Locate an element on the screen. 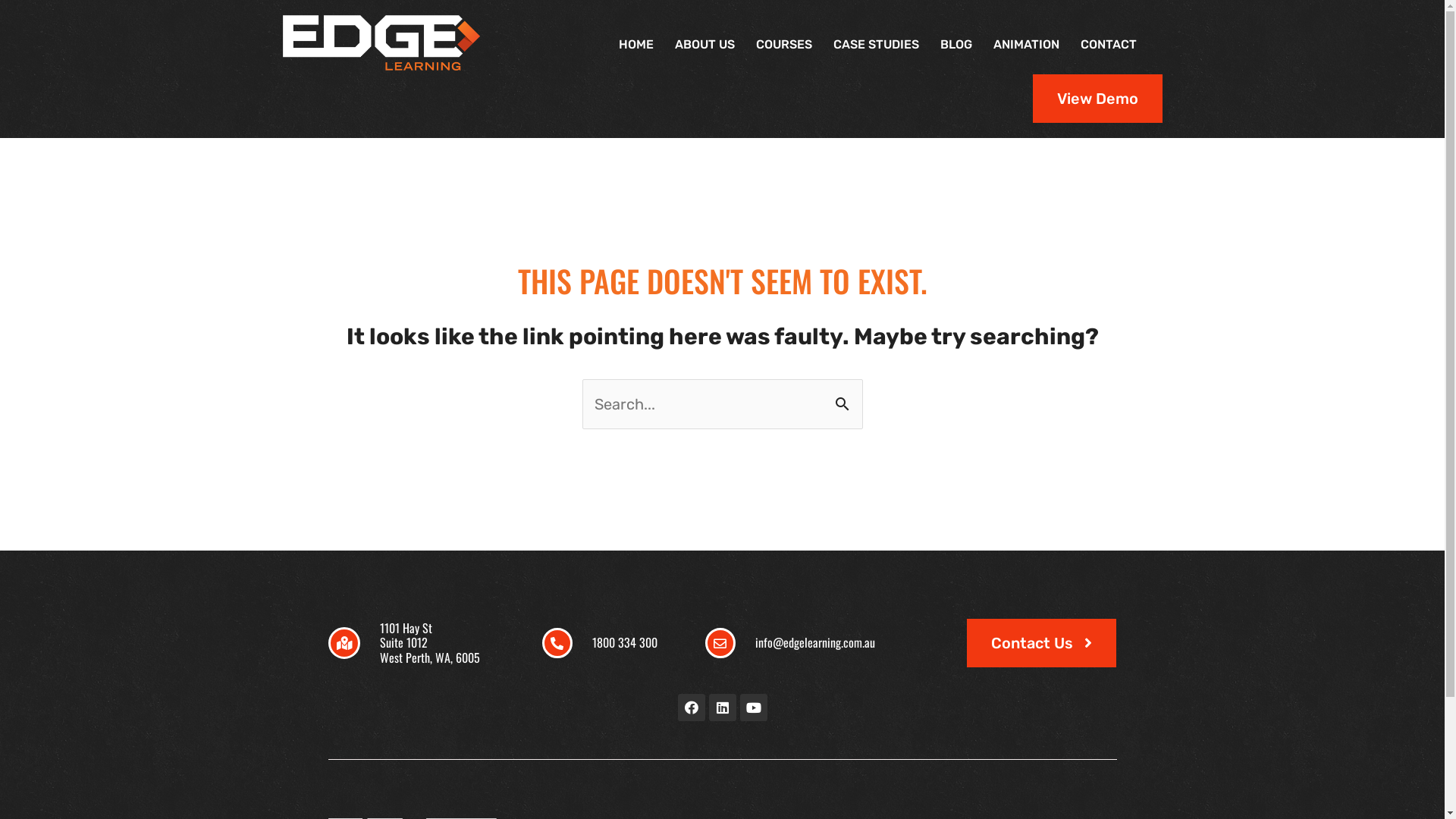  'Search' is located at coordinates (827, 402).